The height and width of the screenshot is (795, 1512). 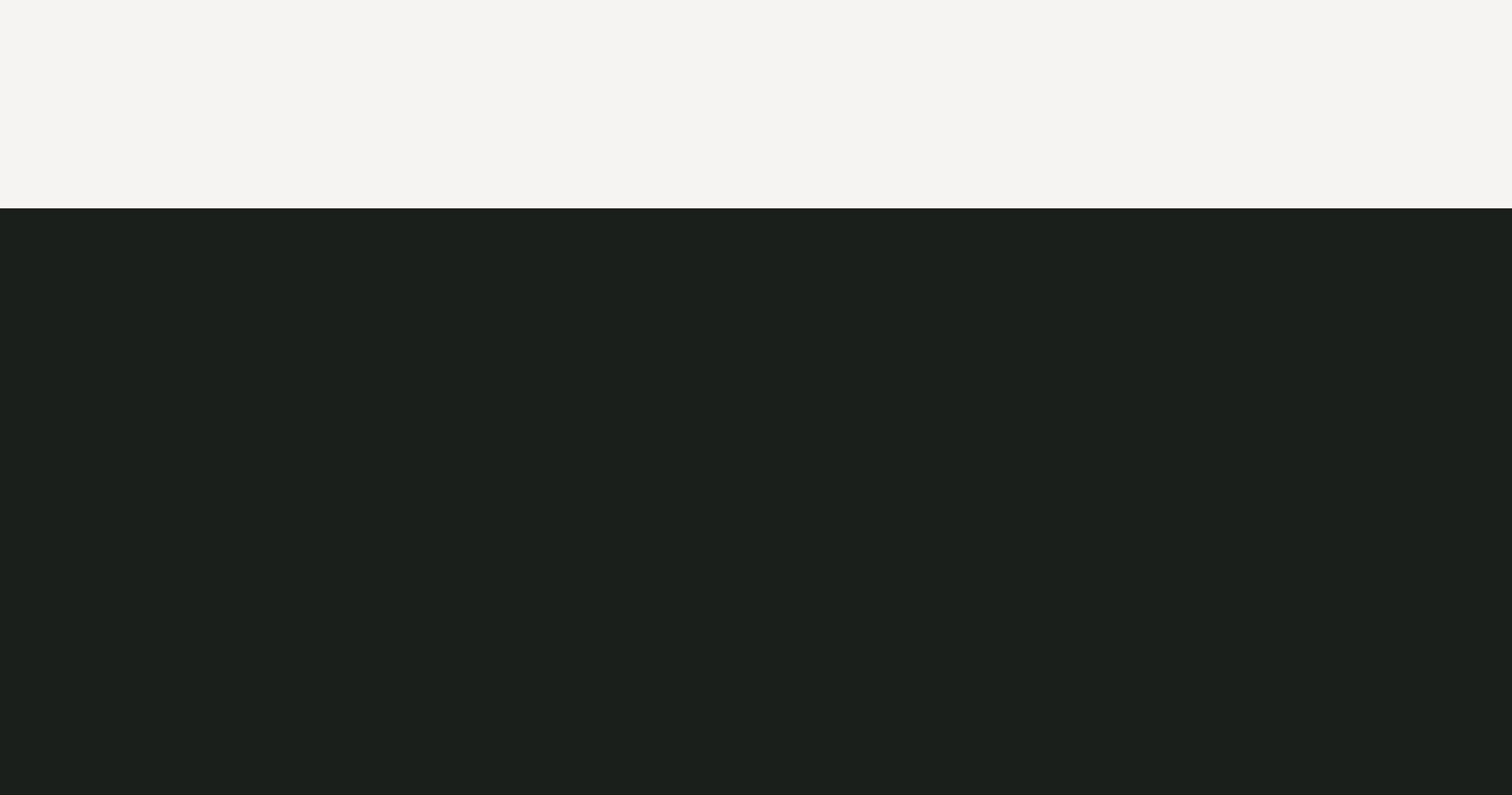 What do you see at coordinates (170, 370) in the screenshot?
I see `'DATUM'` at bounding box center [170, 370].